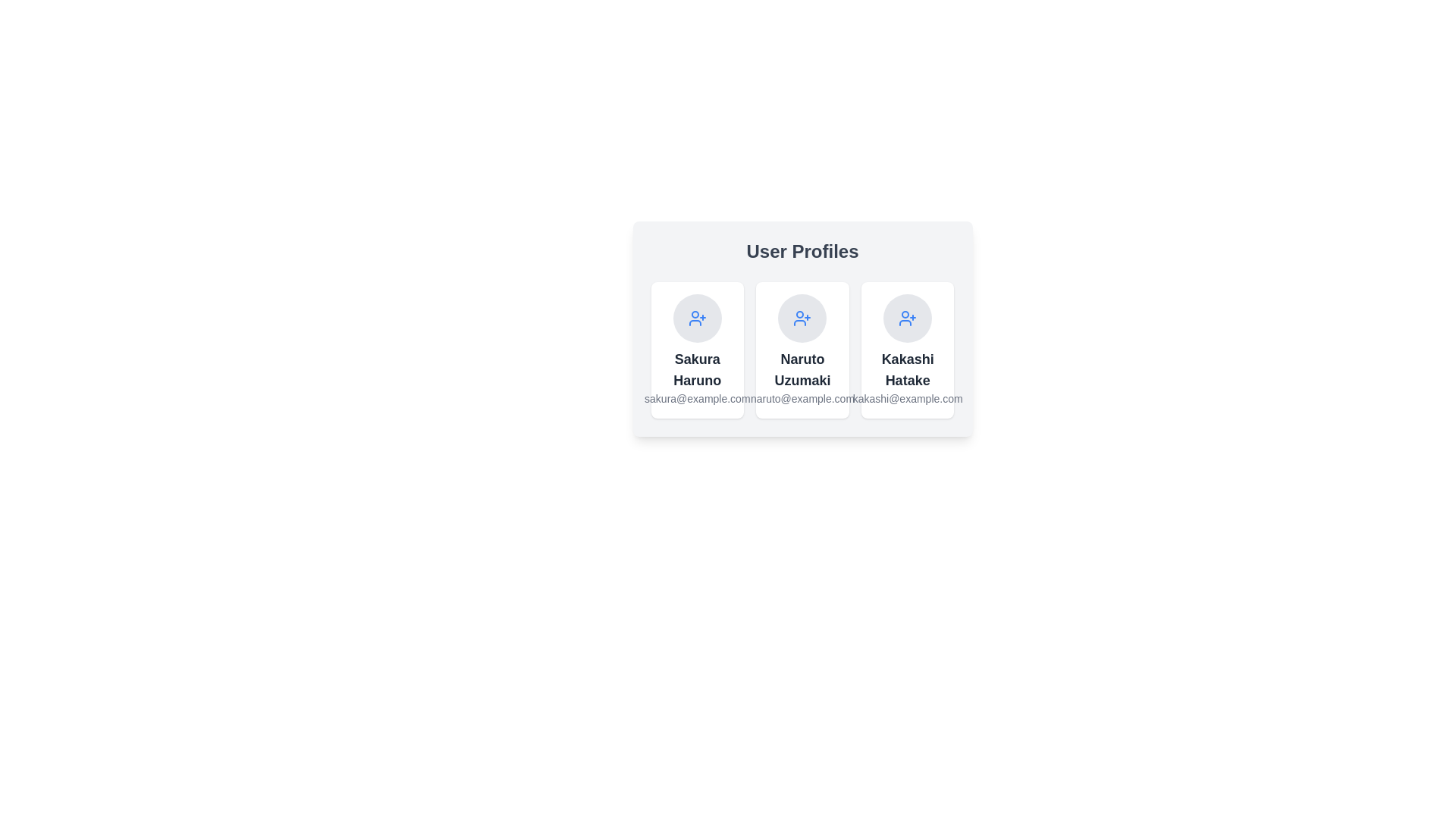  I want to click on the graphical icon at the top center of the 'Sakura Haruno' user profile card, which represents the option, so click(696, 318).